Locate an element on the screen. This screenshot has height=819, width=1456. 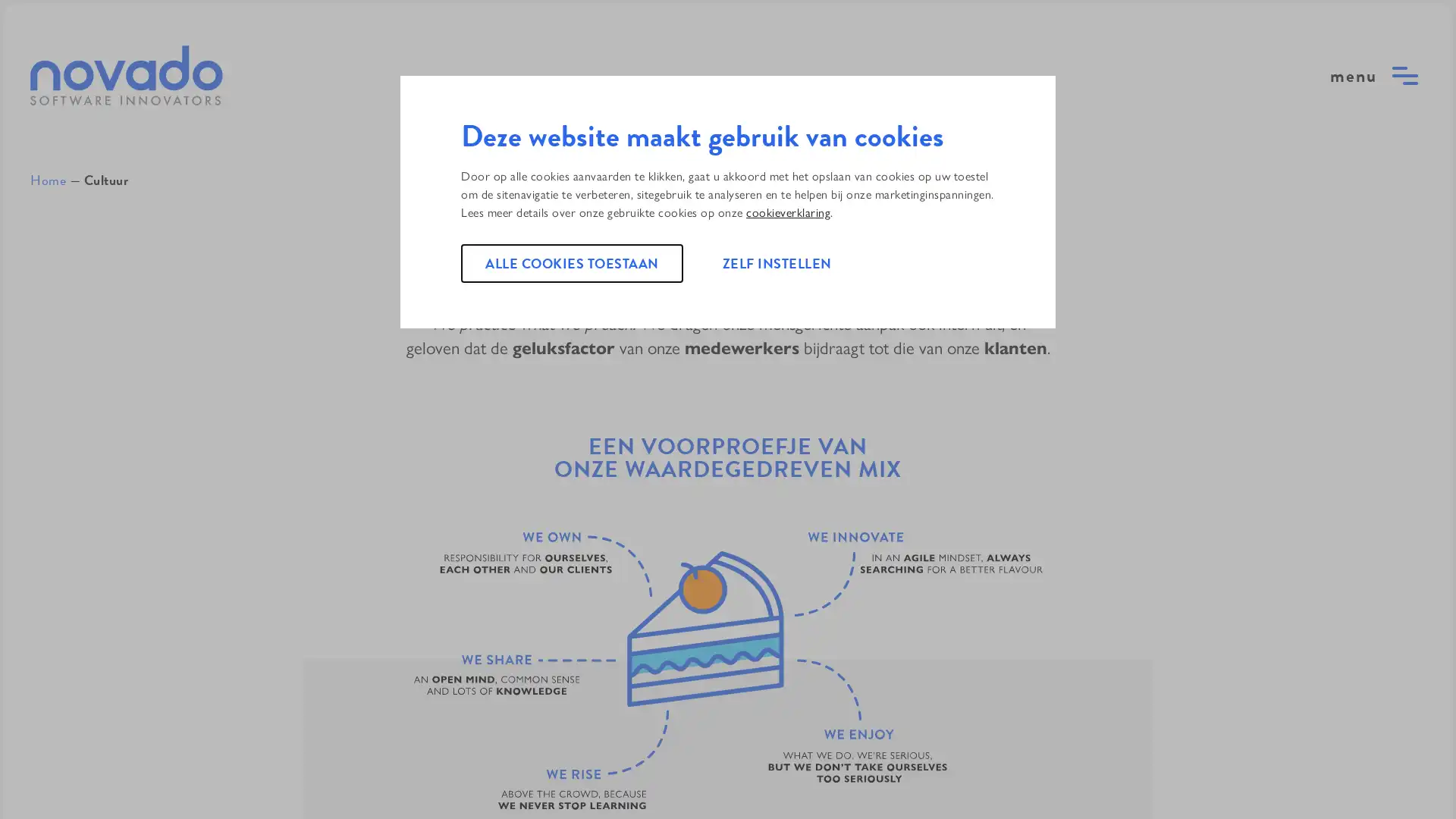
ZELF INSTELLEN is located at coordinates (776, 262).